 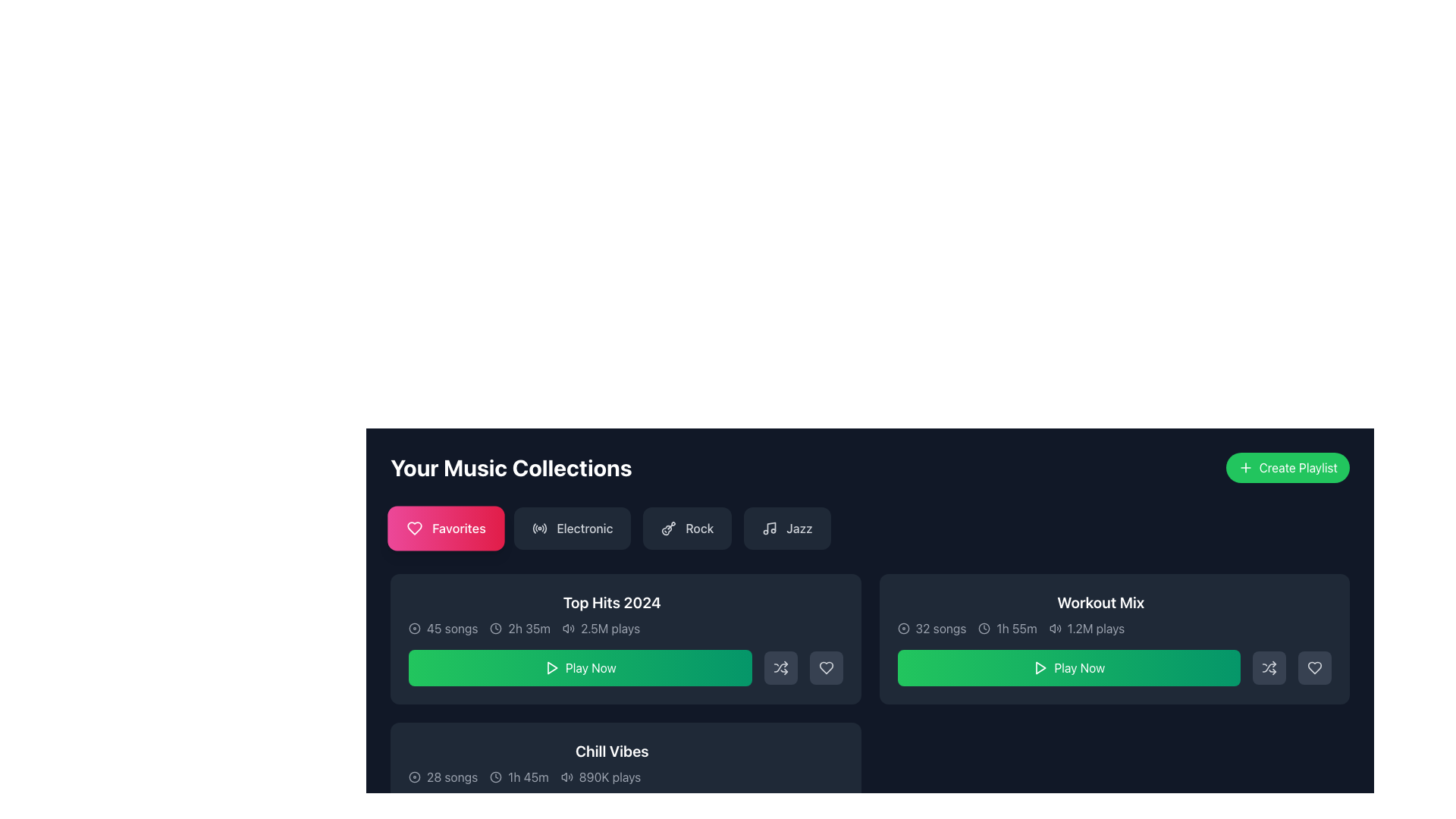 What do you see at coordinates (1086, 629) in the screenshot?
I see `the text indicating the play count of the 'Workout Mix' playlist, located in the bottom right section next to the 'Play Now' button` at bounding box center [1086, 629].